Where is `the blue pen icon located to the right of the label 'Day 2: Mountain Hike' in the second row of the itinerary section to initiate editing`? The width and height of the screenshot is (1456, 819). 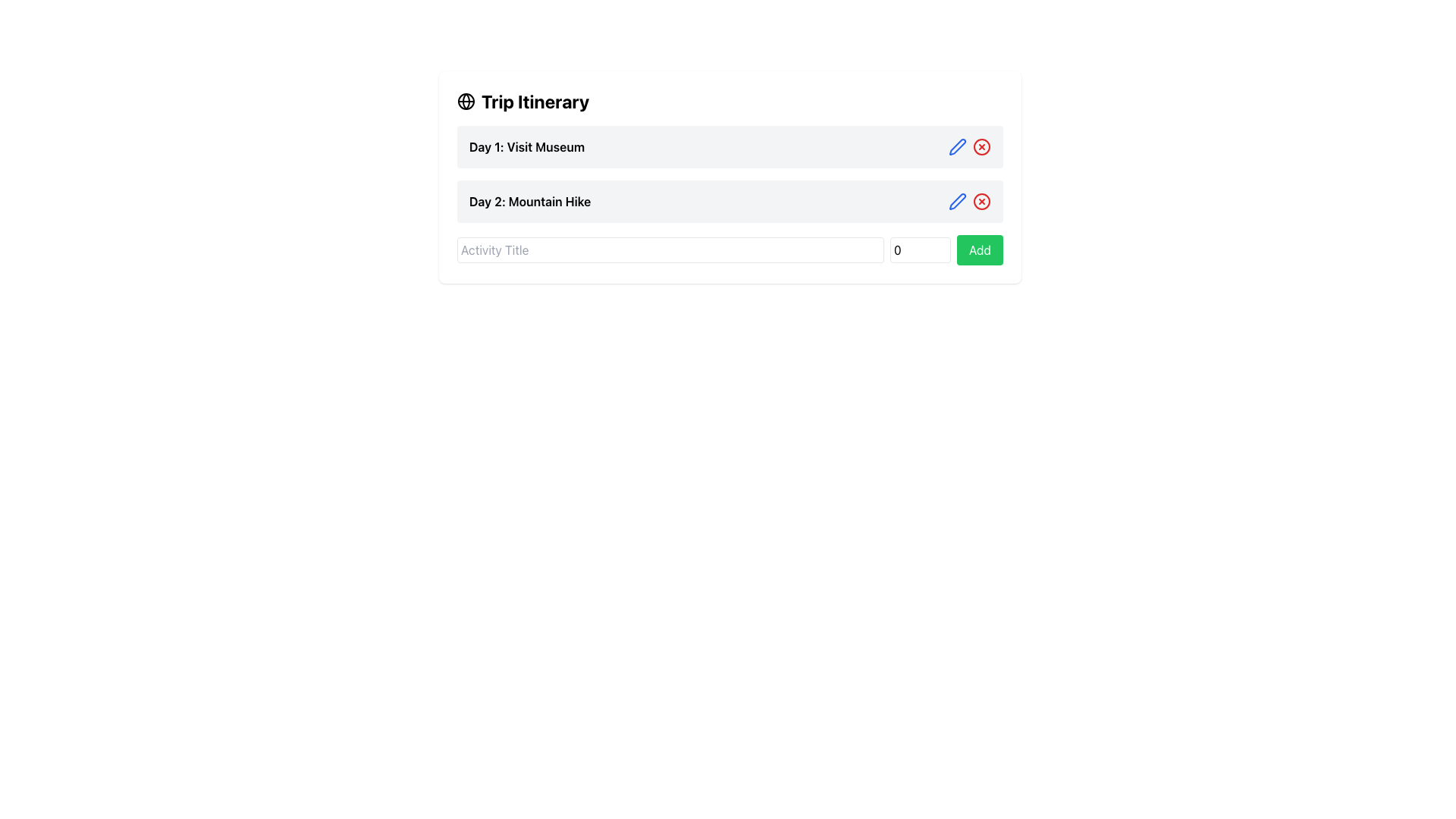 the blue pen icon located to the right of the label 'Day 2: Mountain Hike' in the second row of the itinerary section to initiate editing is located at coordinates (956, 146).